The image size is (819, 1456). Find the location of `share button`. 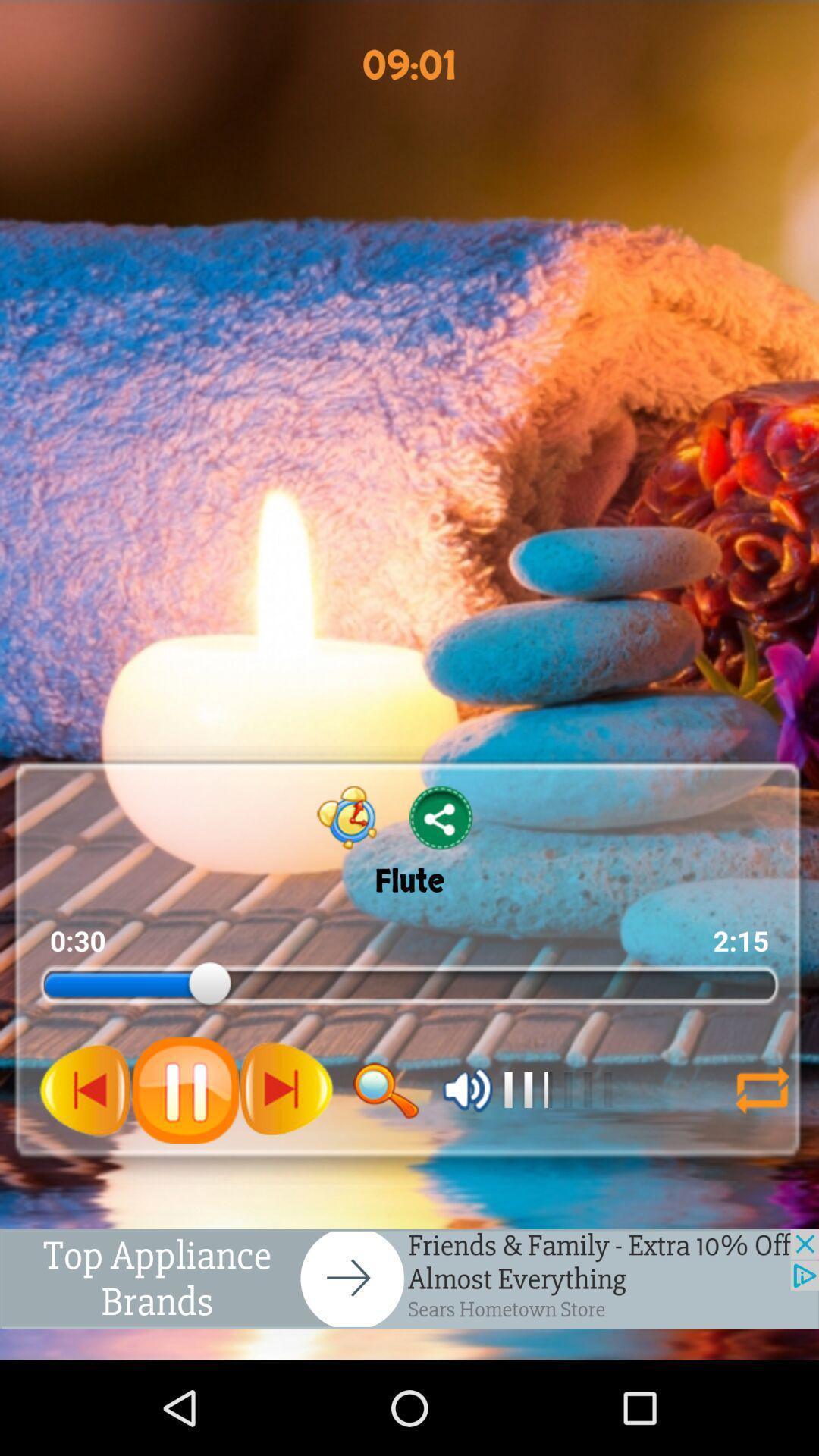

share button is located at coordinates (441, 817).